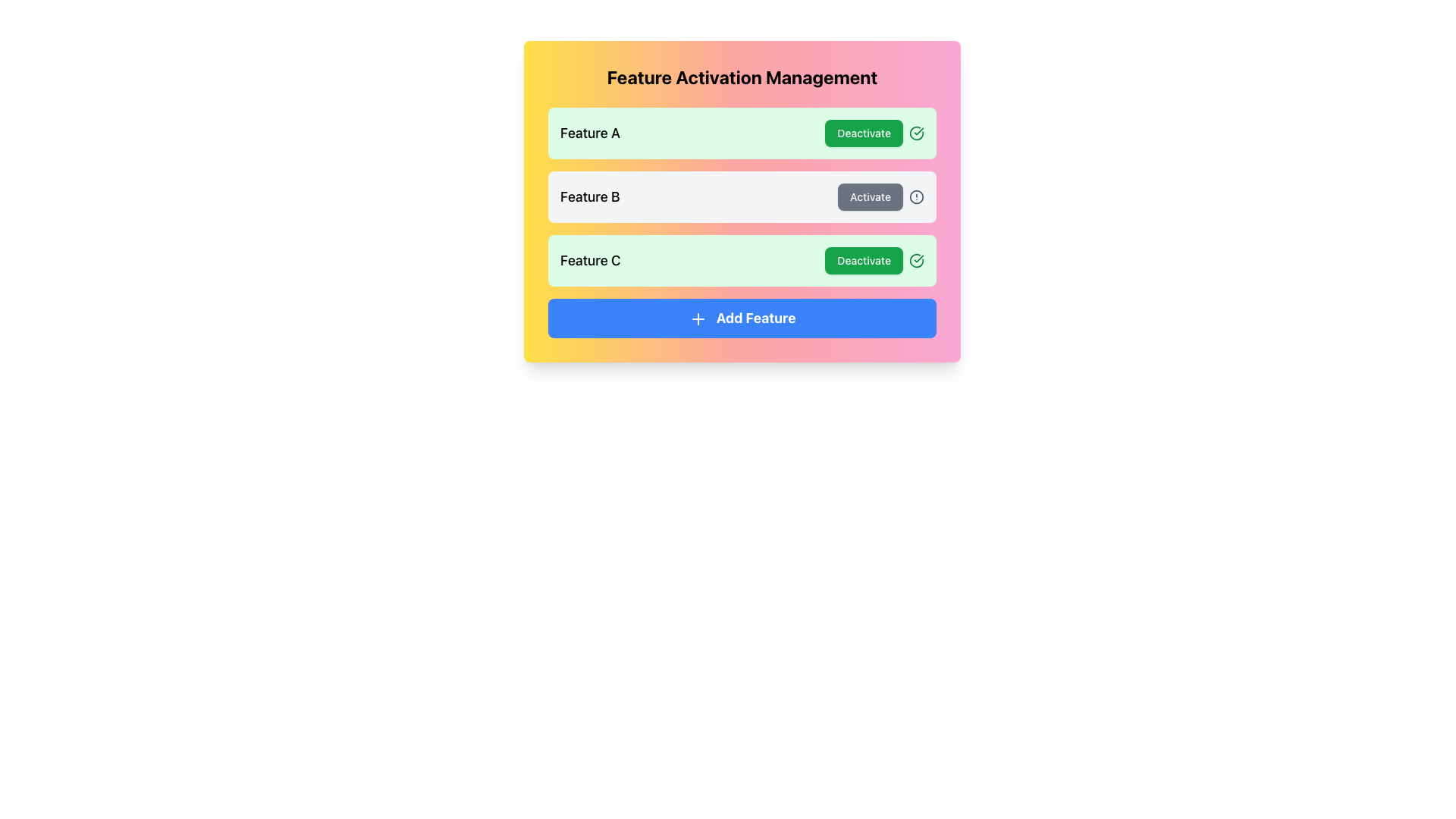 Image resolution: width=1456 pixels, height=819 pixels. I want to click on the green 'Deactivate' button with rounded corners, so click(864, 259).